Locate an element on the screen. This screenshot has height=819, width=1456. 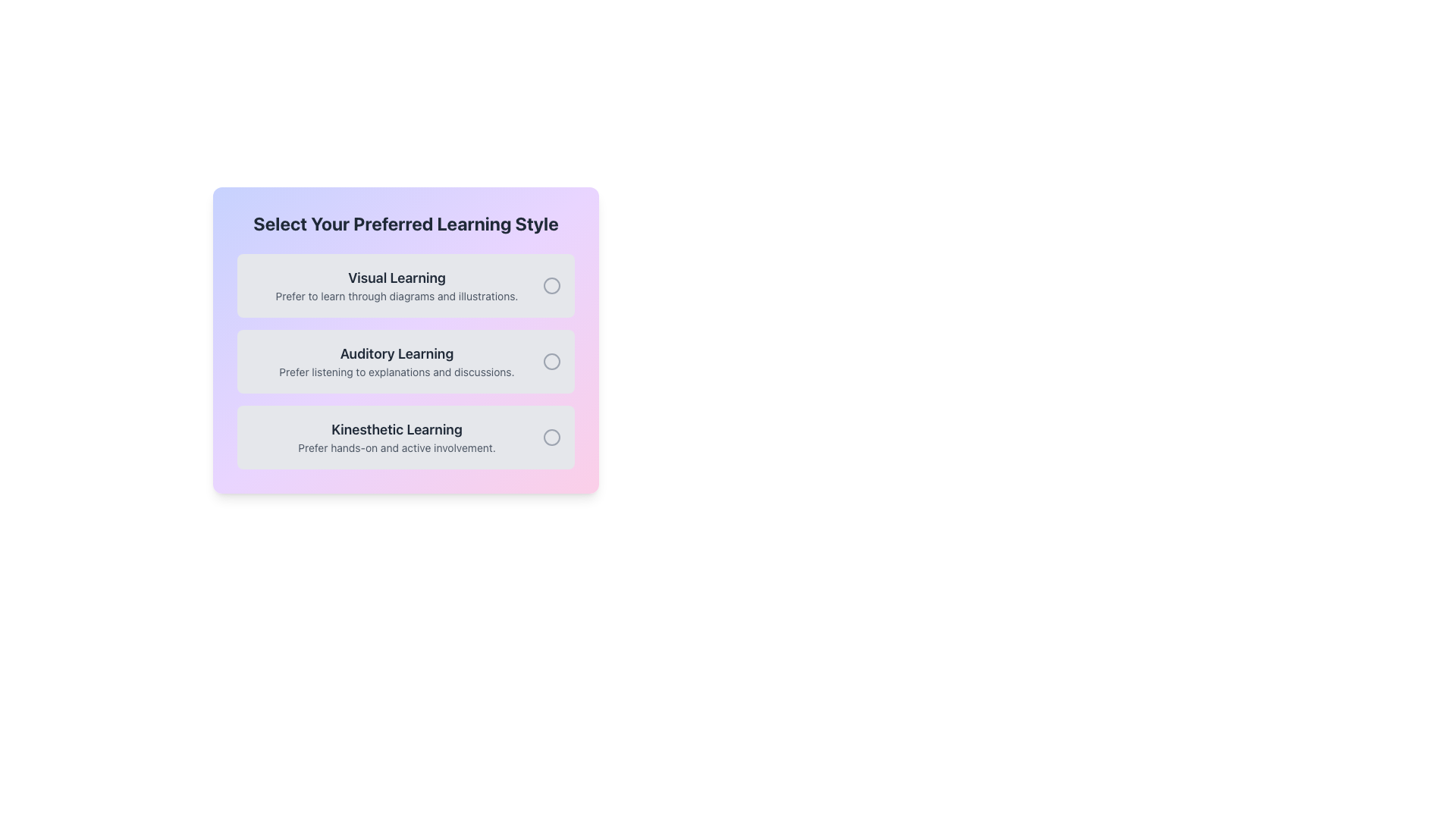
the textual element that describes the auditory learning style, which is the second option in a selection interface for learning styles is located at coordinates (397, 362).